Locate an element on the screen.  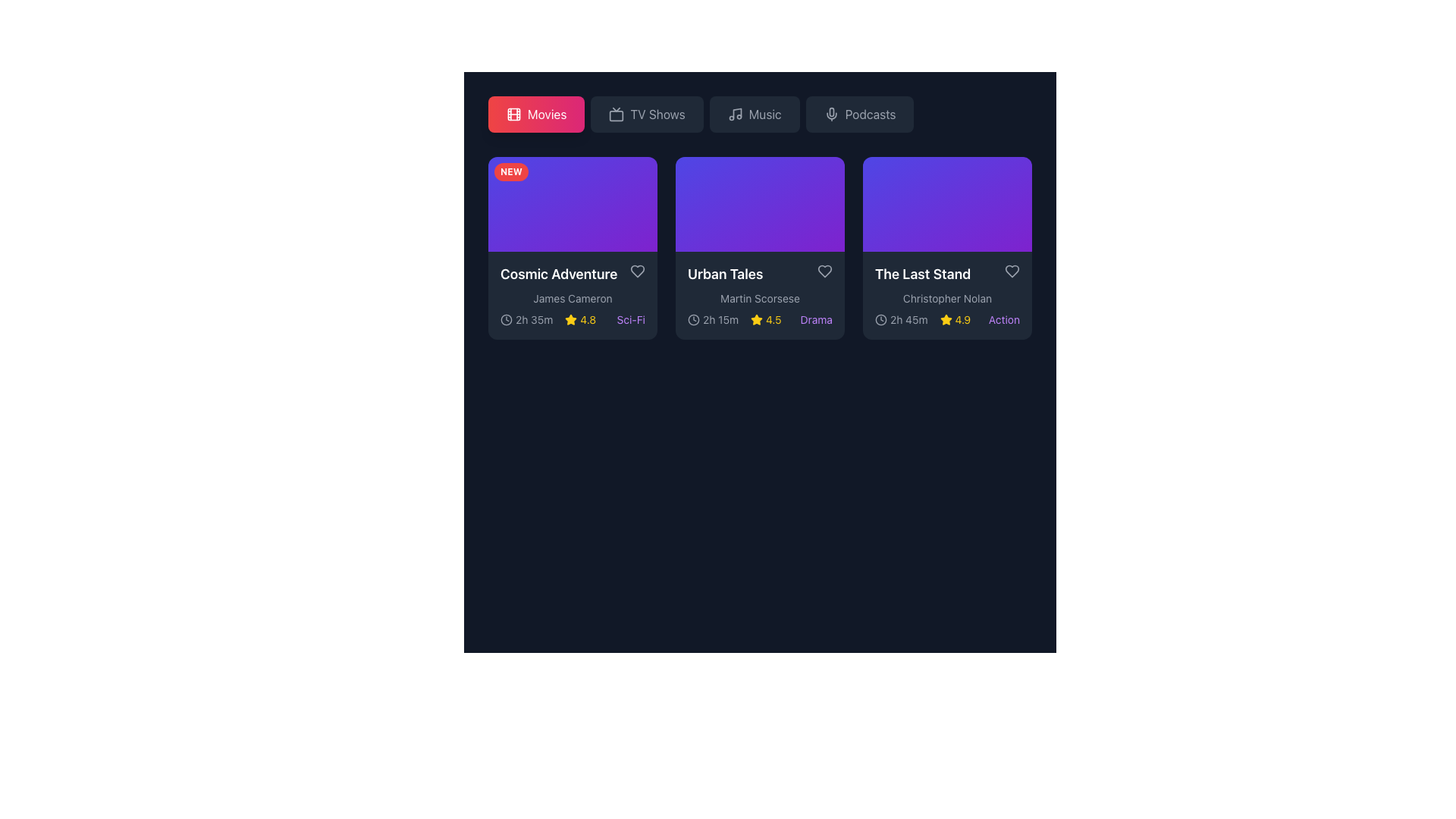
the first button in the top navigation bar that is related to movies for keyboard interaction is located at coordinates (546, 113).